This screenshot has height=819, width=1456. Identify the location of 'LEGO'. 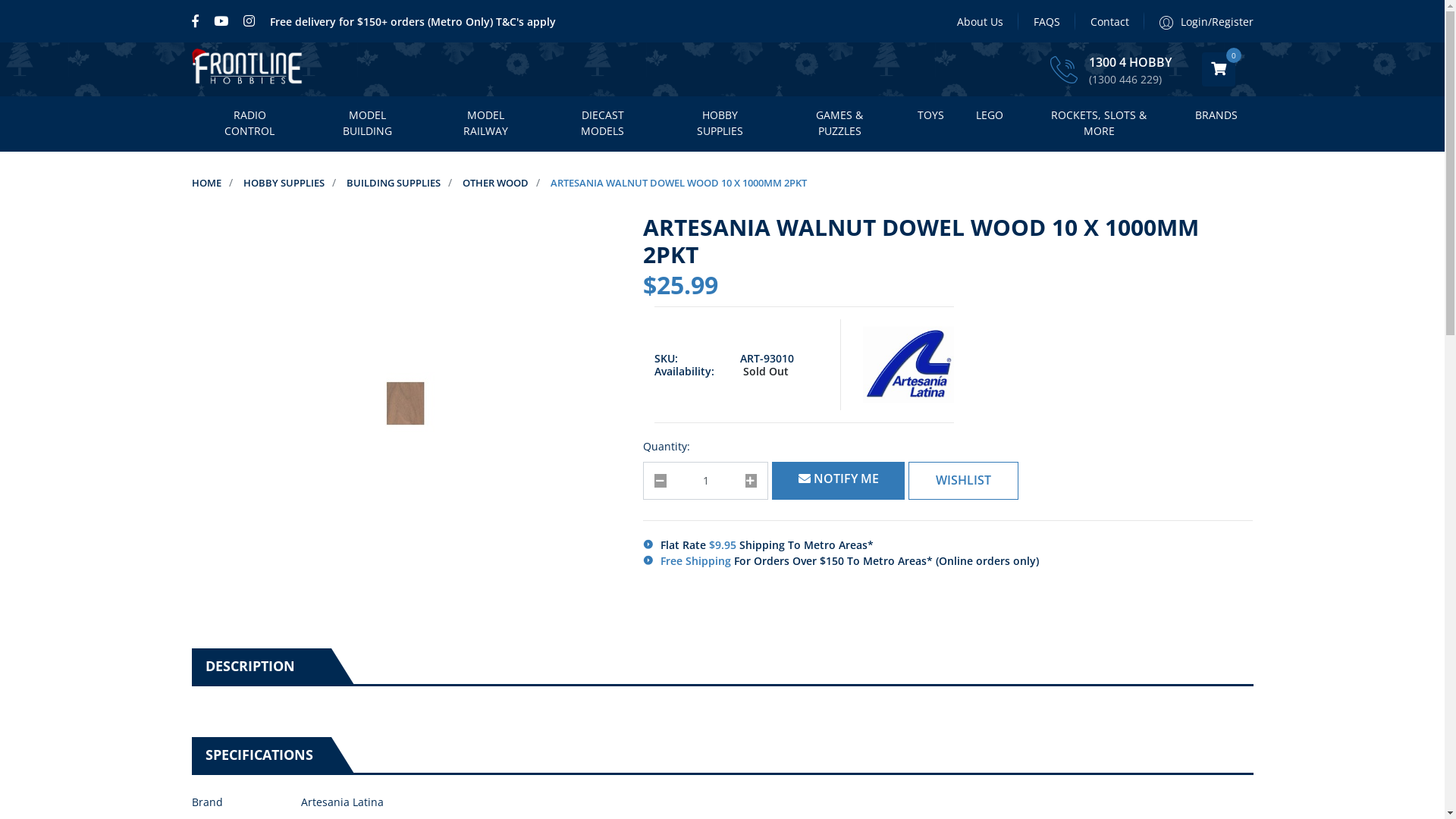
(990, 115).